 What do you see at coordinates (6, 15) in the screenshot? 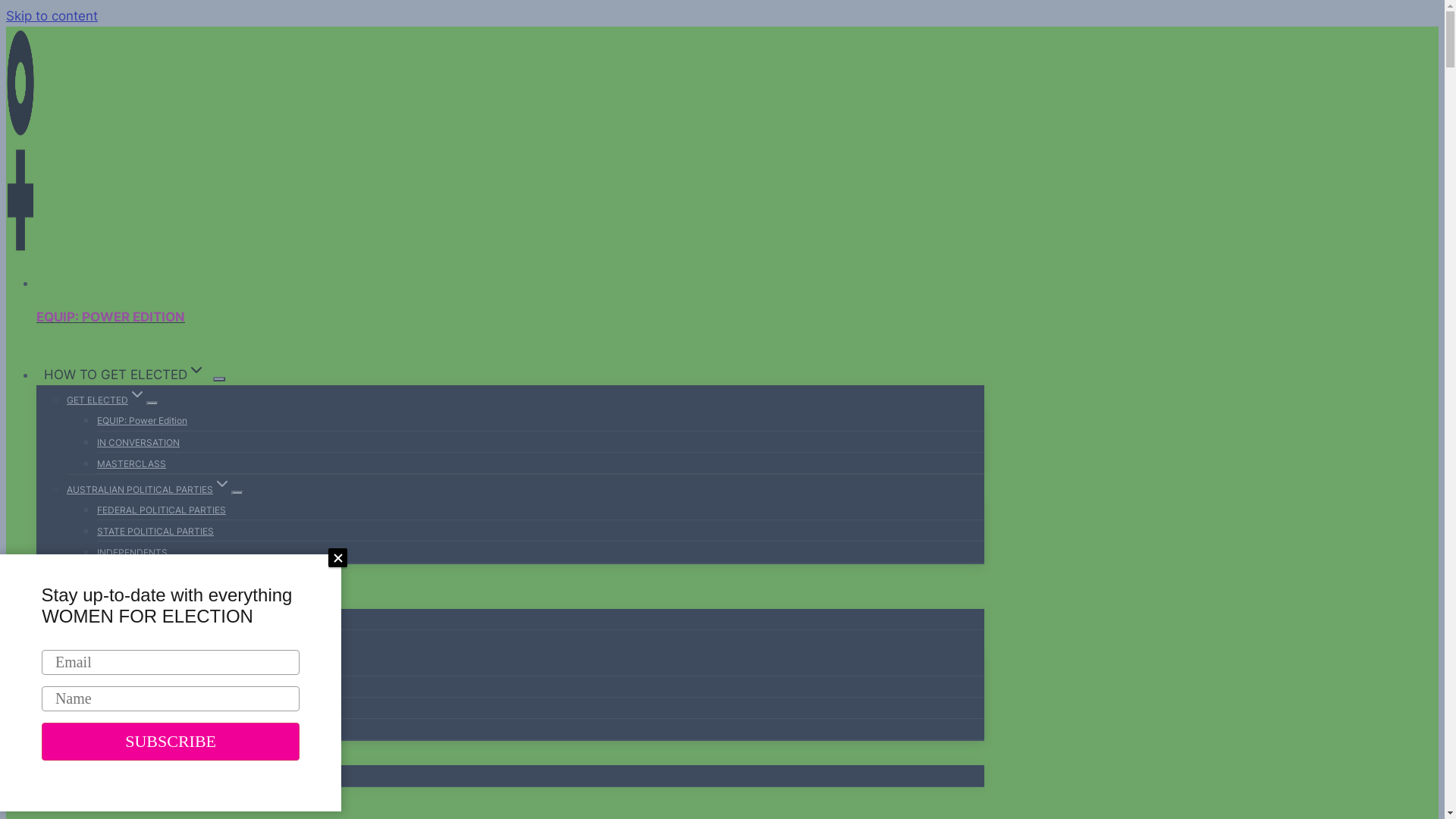
I see `'Skip to content'` at bounding box center [6, 15].